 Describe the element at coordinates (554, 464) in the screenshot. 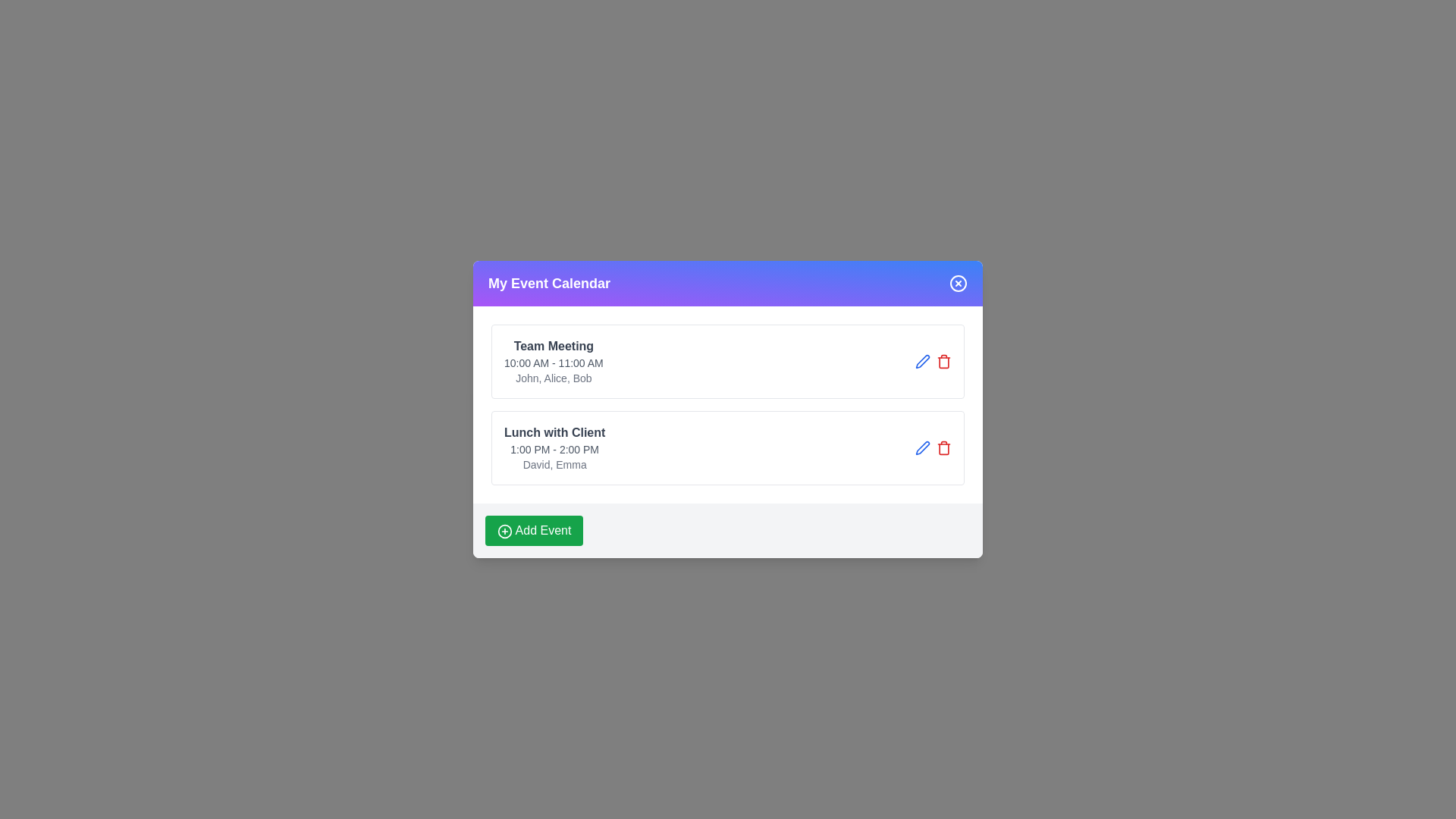

I see `the text label displaying 'David, Emma', which is styled in a smaller gray font and is located under the time range '1:00 PM - 2:00 PM' in the 'Lunch with Client' section of the calendar interface` at that location.